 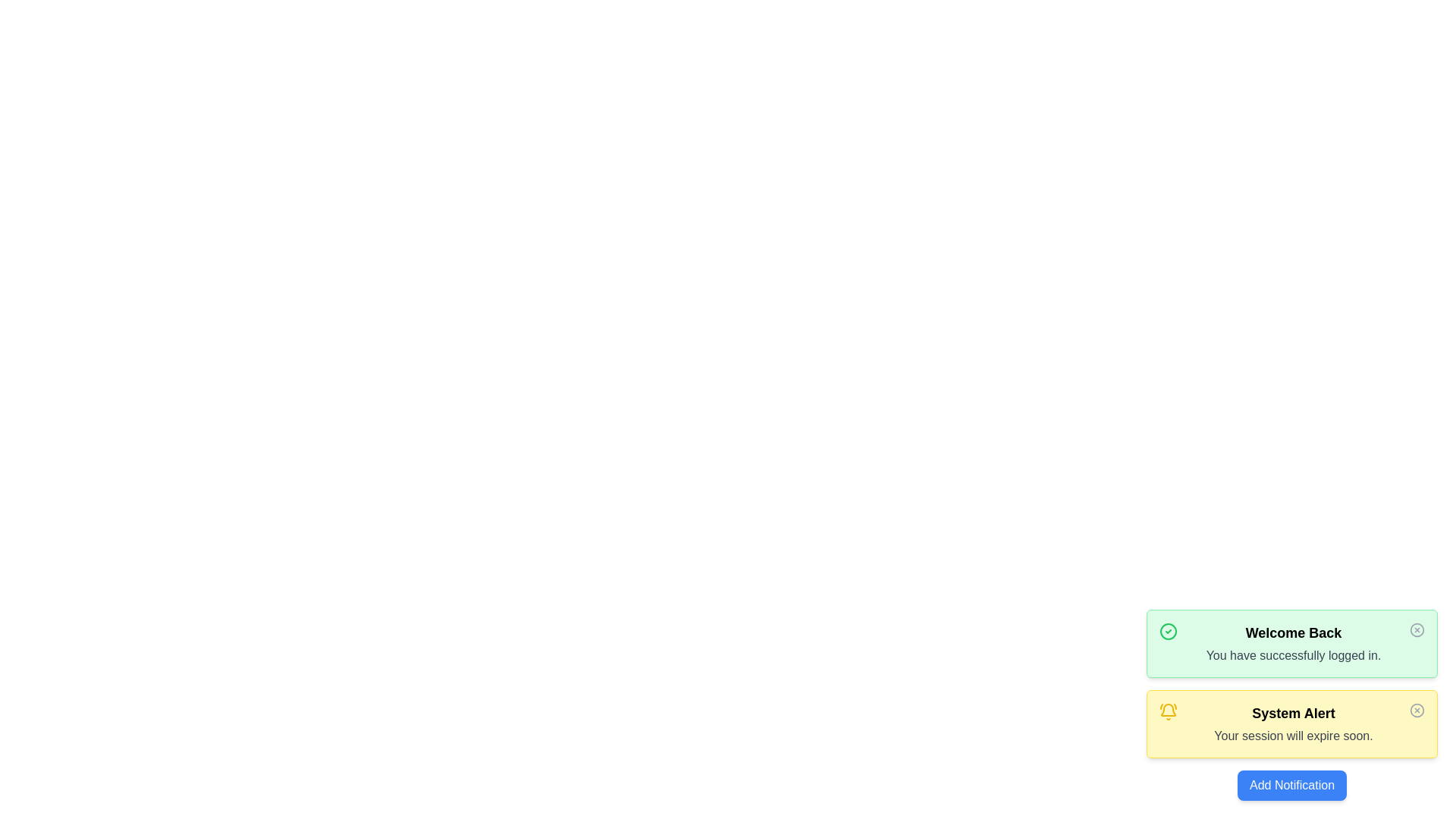 What do you see at coordinates (1416, 629) in the screenshot?
I see `the Close button icon located in the top-right corner of the notification box` at bounding box center [1416, 629].